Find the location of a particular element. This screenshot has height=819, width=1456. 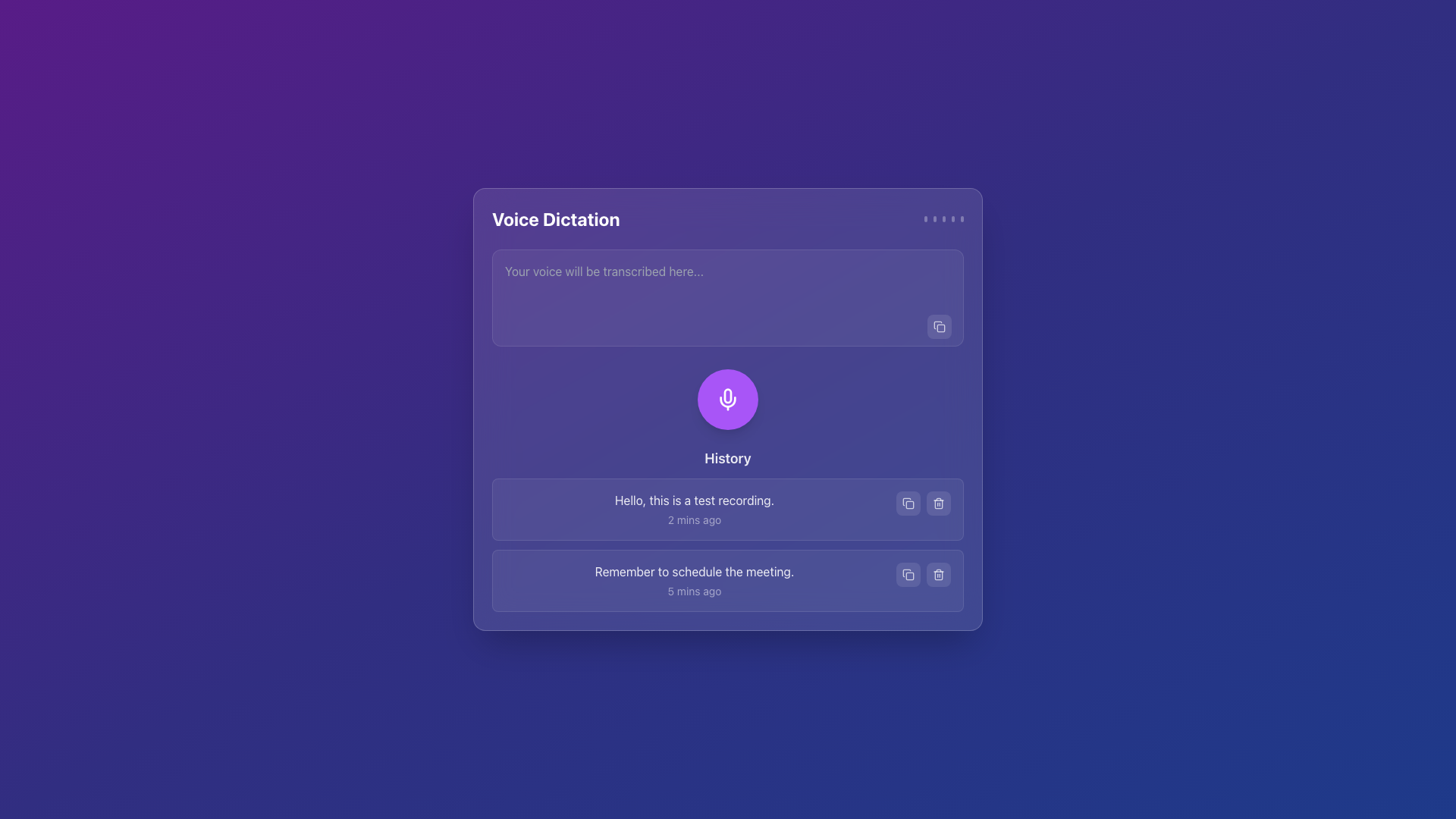

the delete button located on the right-hand side of the second item in the list is located at coordinates (938, 503).